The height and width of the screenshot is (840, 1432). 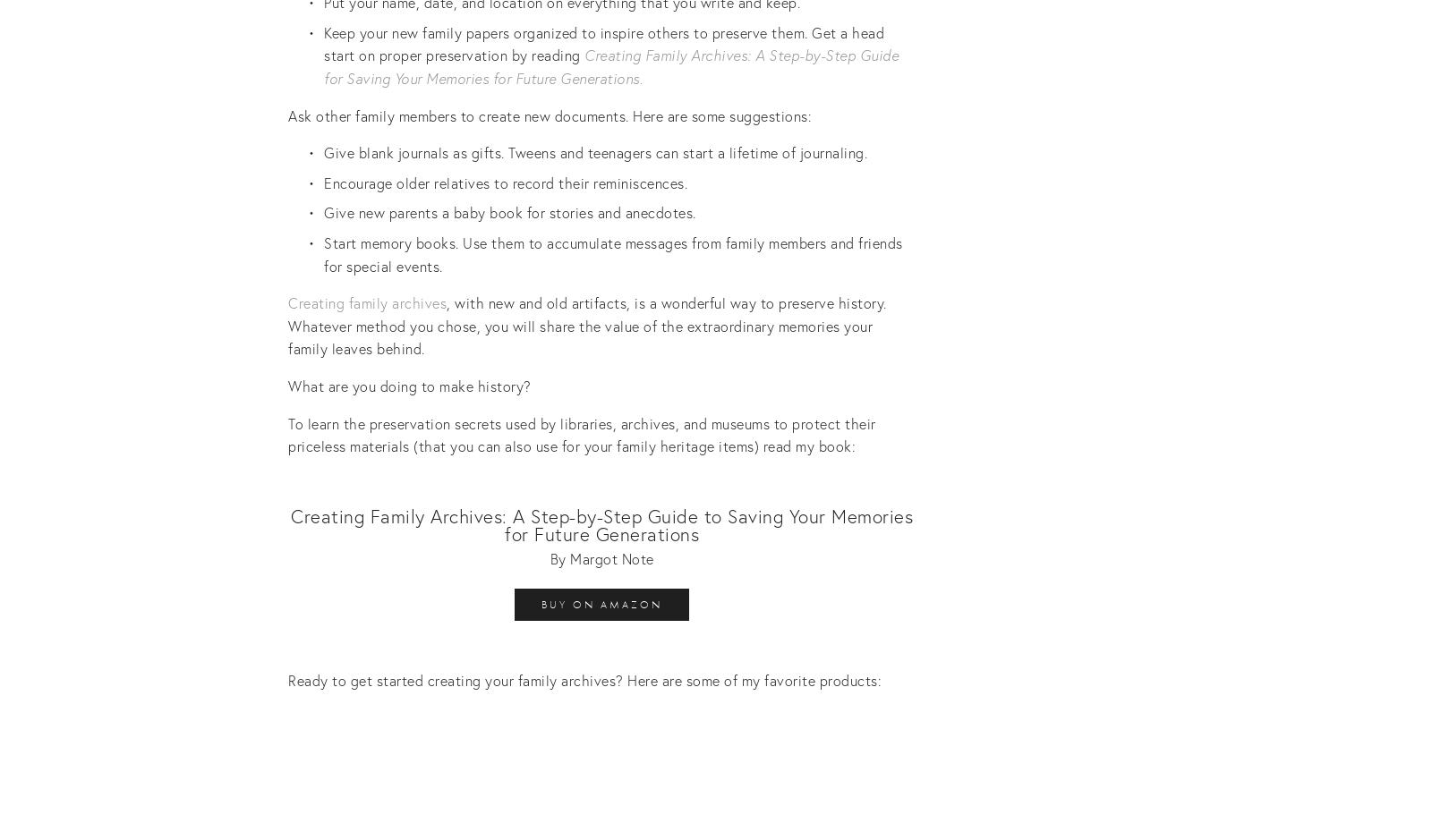 I want to click on 'Ready to get started creating your family archives? Here are some of my favorite products:', so click(x=288, y=678).